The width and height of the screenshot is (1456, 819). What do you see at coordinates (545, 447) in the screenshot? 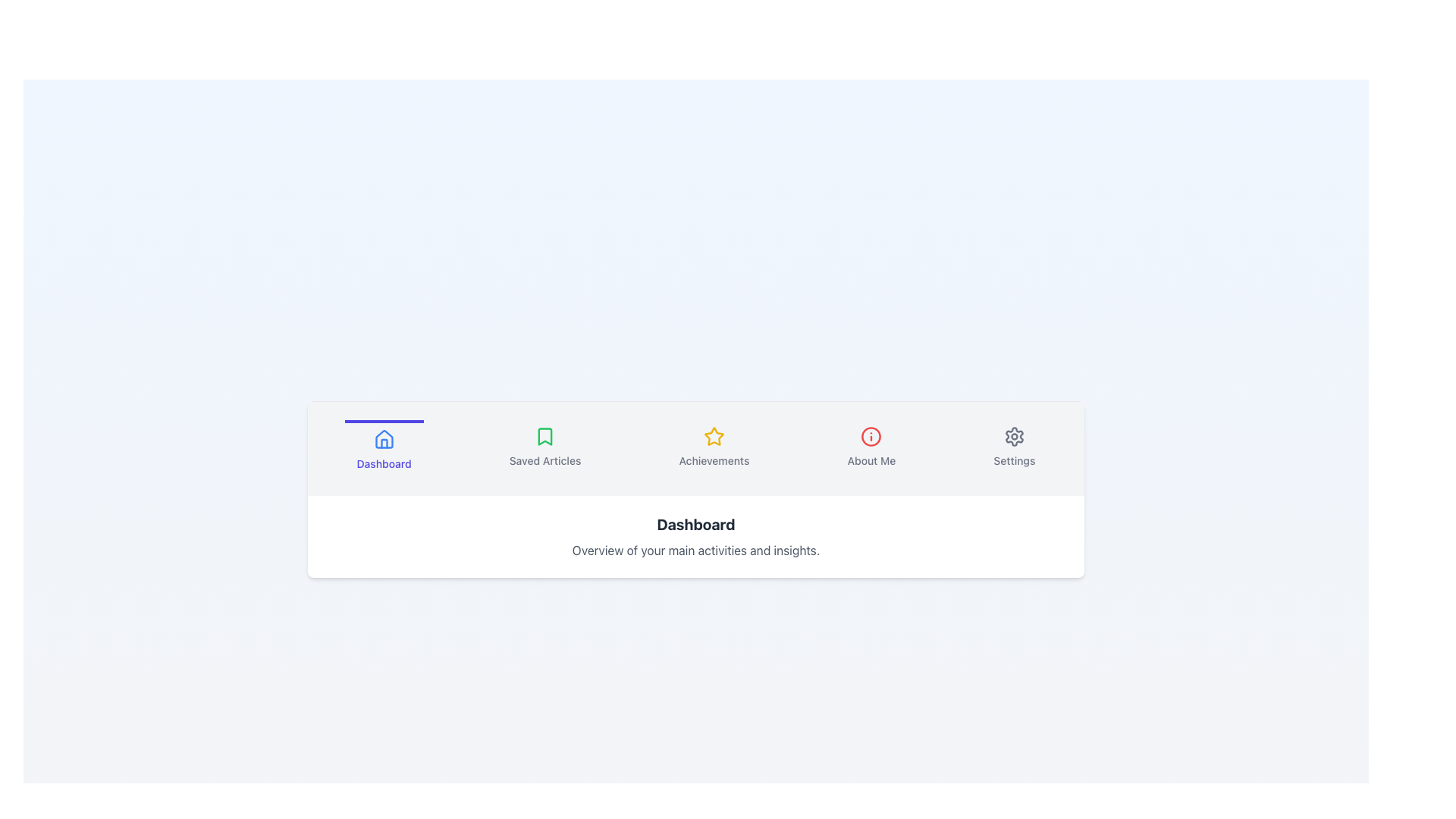
I see `the button with a green bookmark icon and the text 'Saved Articles'` at bounding box center [545, 447].